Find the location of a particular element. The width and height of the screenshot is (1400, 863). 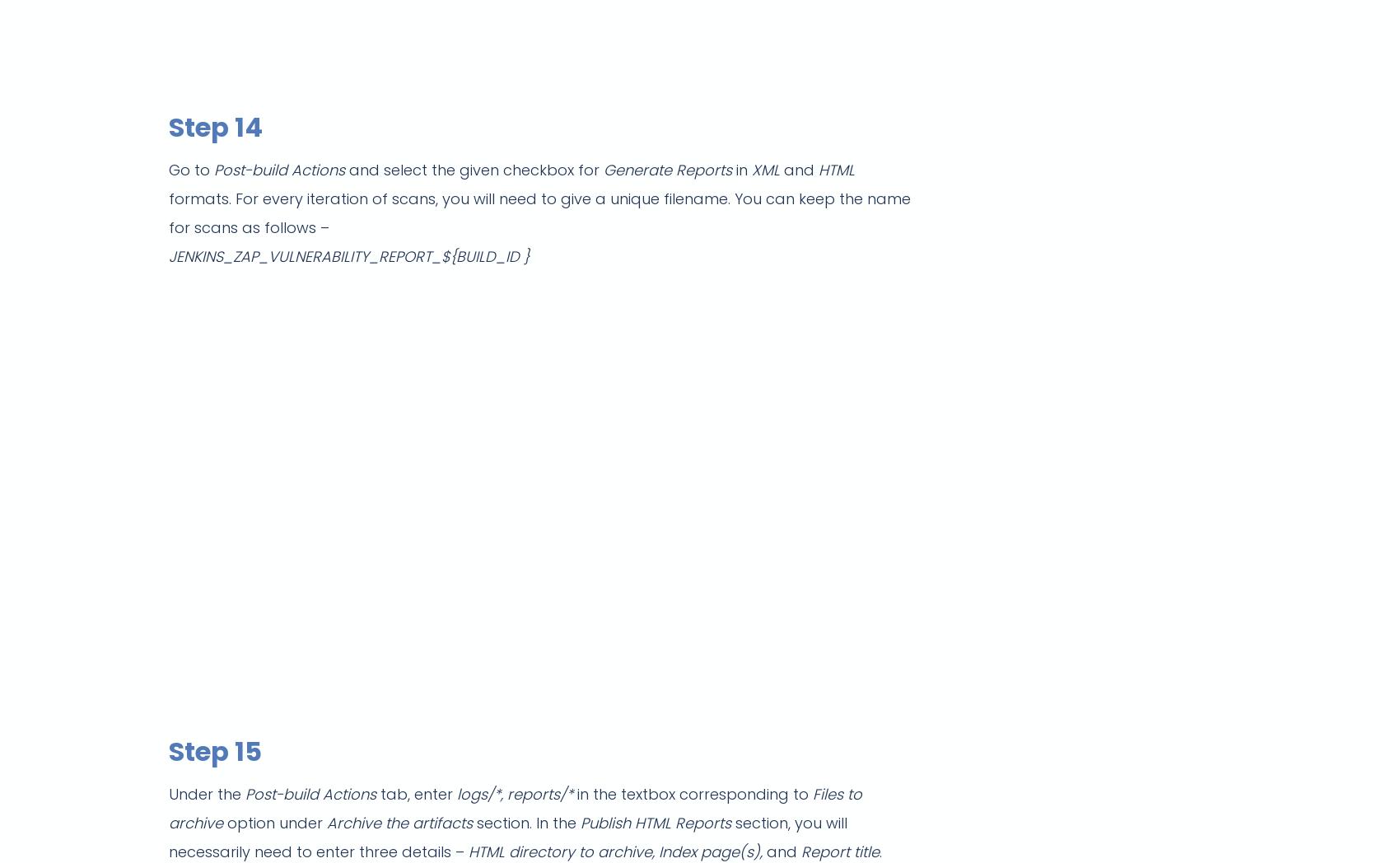

'XML' is located at coordinates (752, 168).